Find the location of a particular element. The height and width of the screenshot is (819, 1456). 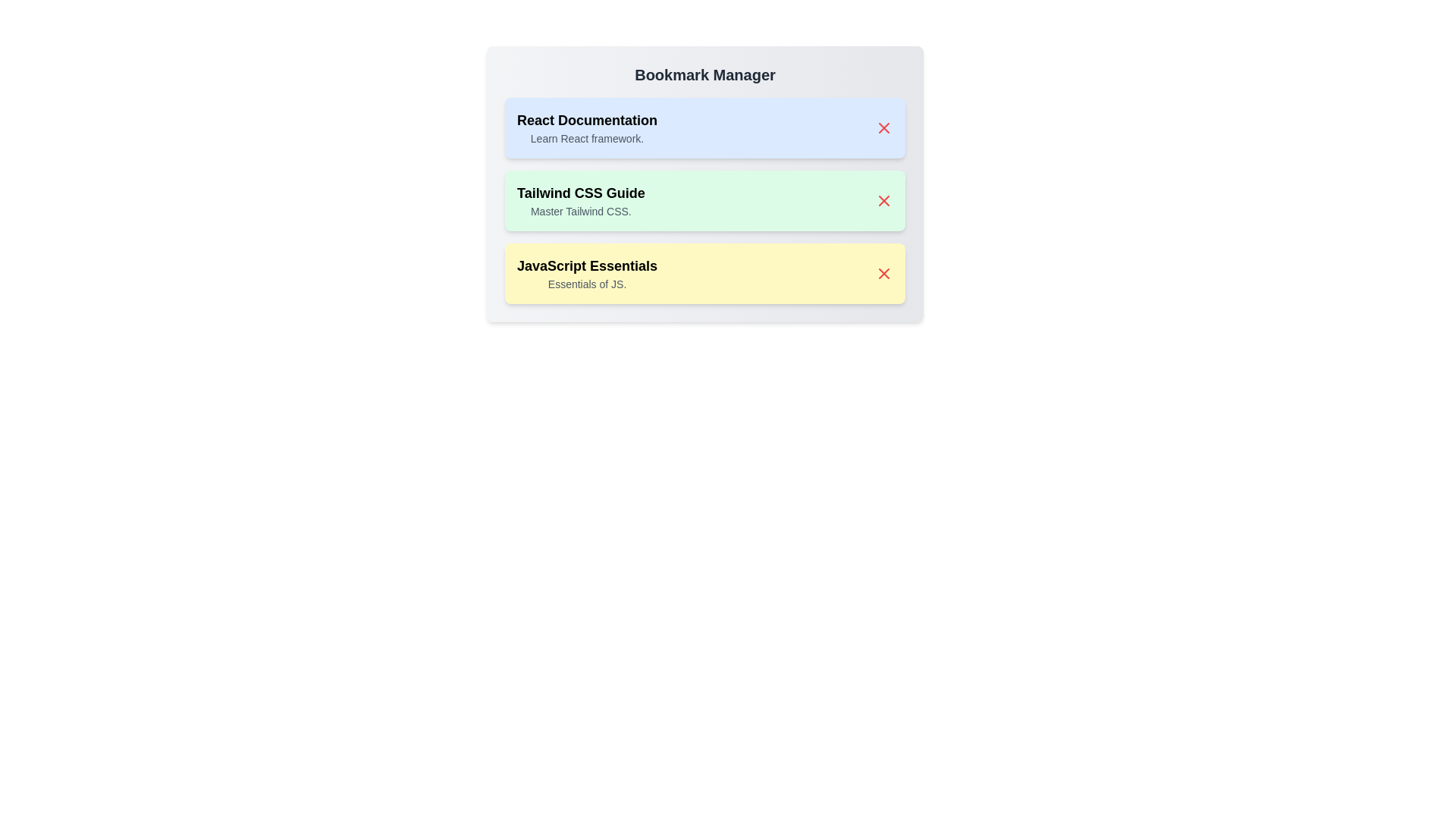

close button next to the bookmark titled Tailwind CSS Guide to remove it is located at coordinates (884, 200).